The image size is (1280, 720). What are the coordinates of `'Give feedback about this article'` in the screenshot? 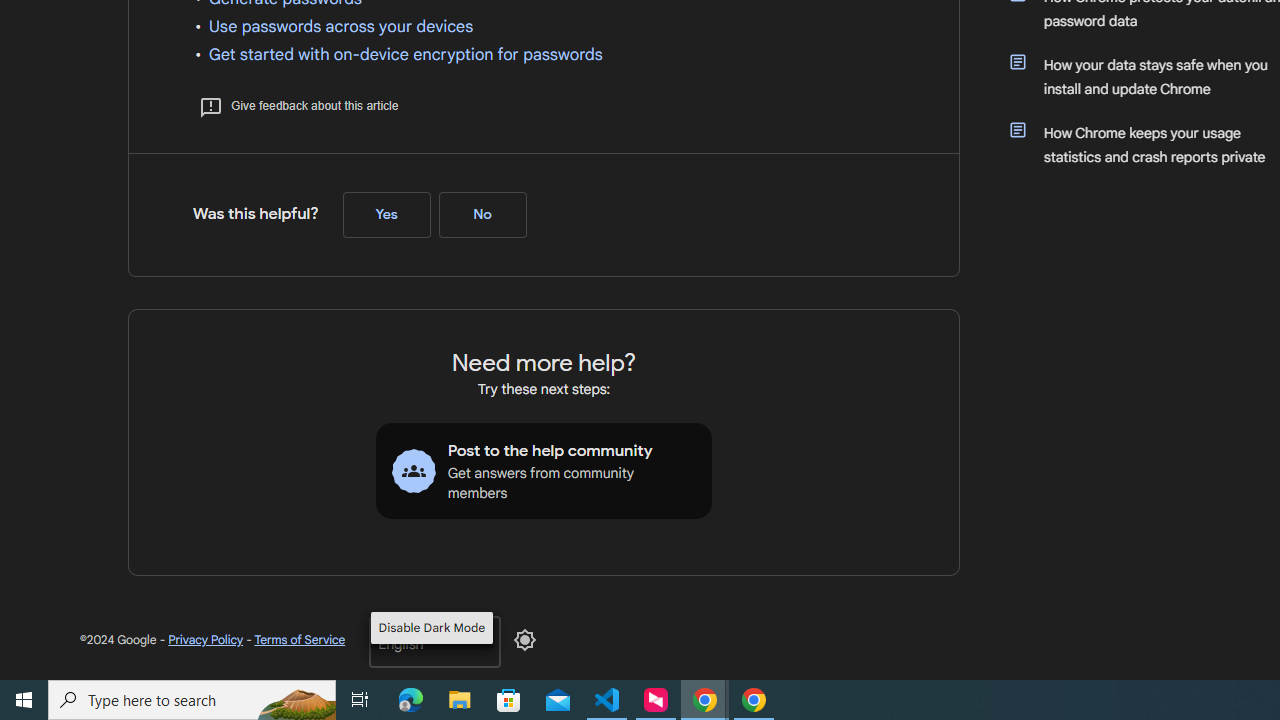 It's located at (297, 105).